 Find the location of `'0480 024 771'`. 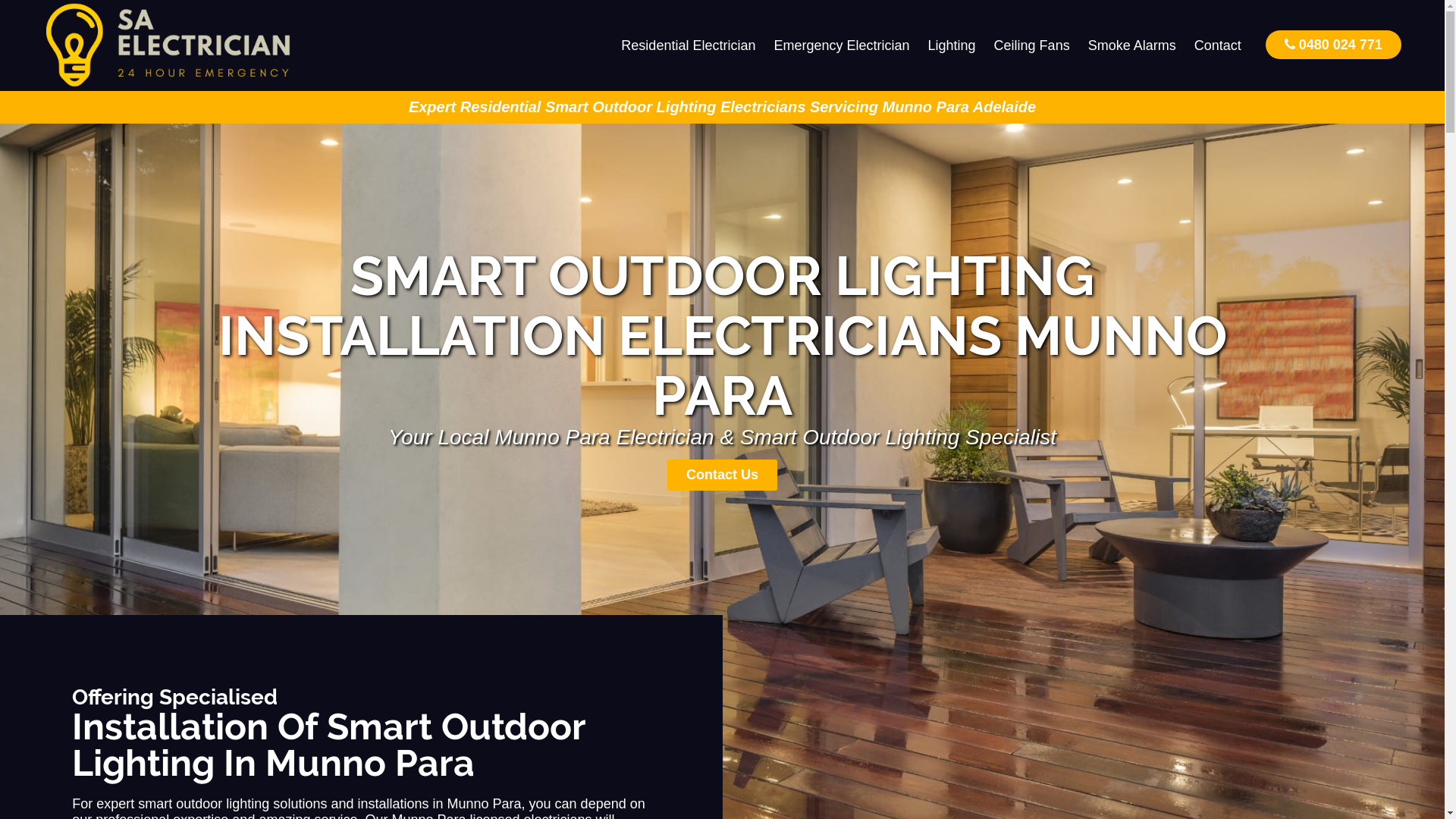

'0480 024 771' is located at coordinates (1332, 43).